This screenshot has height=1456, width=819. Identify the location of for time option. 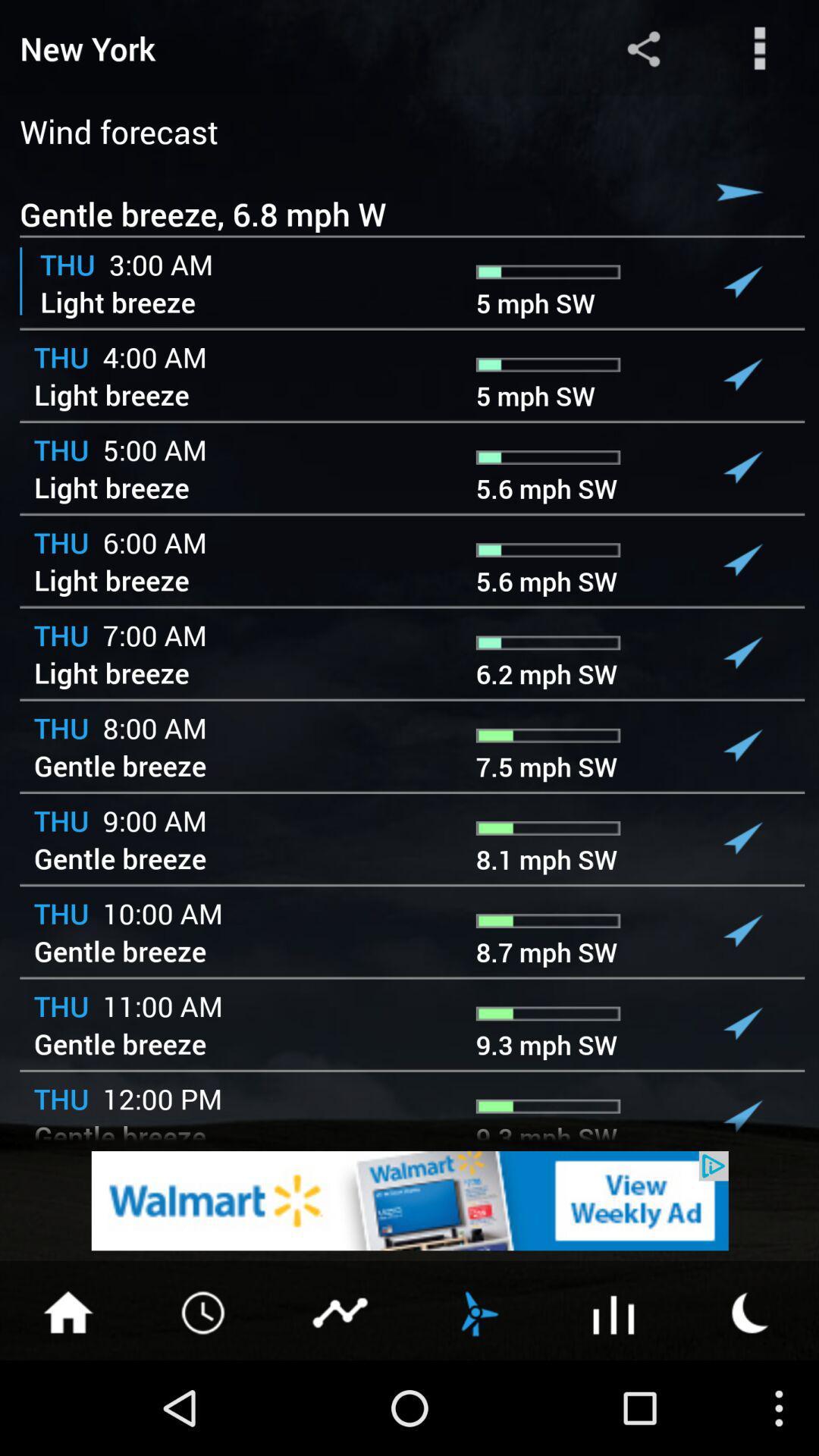
(205, 1310).